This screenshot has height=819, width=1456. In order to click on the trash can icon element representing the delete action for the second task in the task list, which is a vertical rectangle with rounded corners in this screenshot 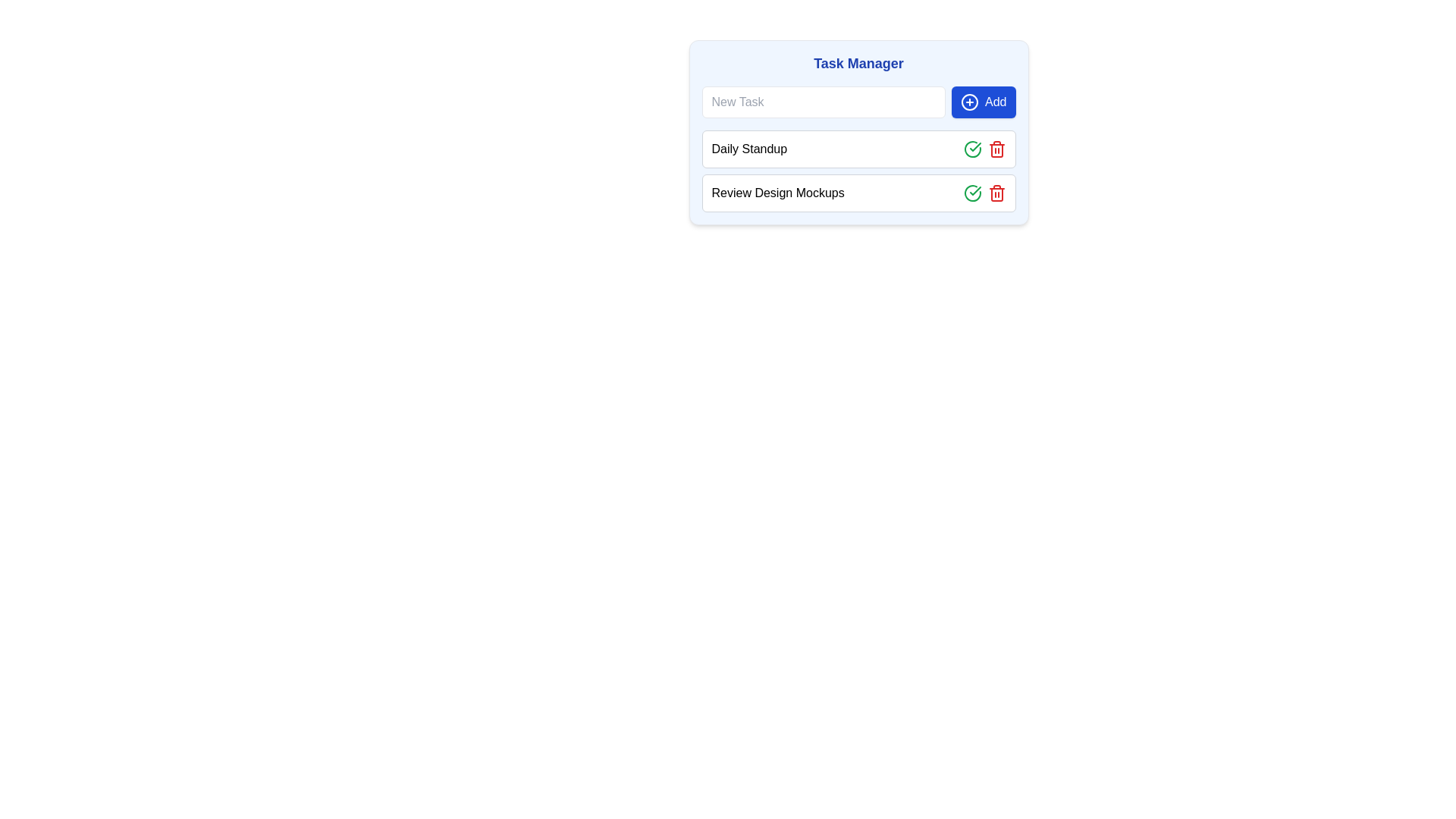, I will do `click(996, 151)`.